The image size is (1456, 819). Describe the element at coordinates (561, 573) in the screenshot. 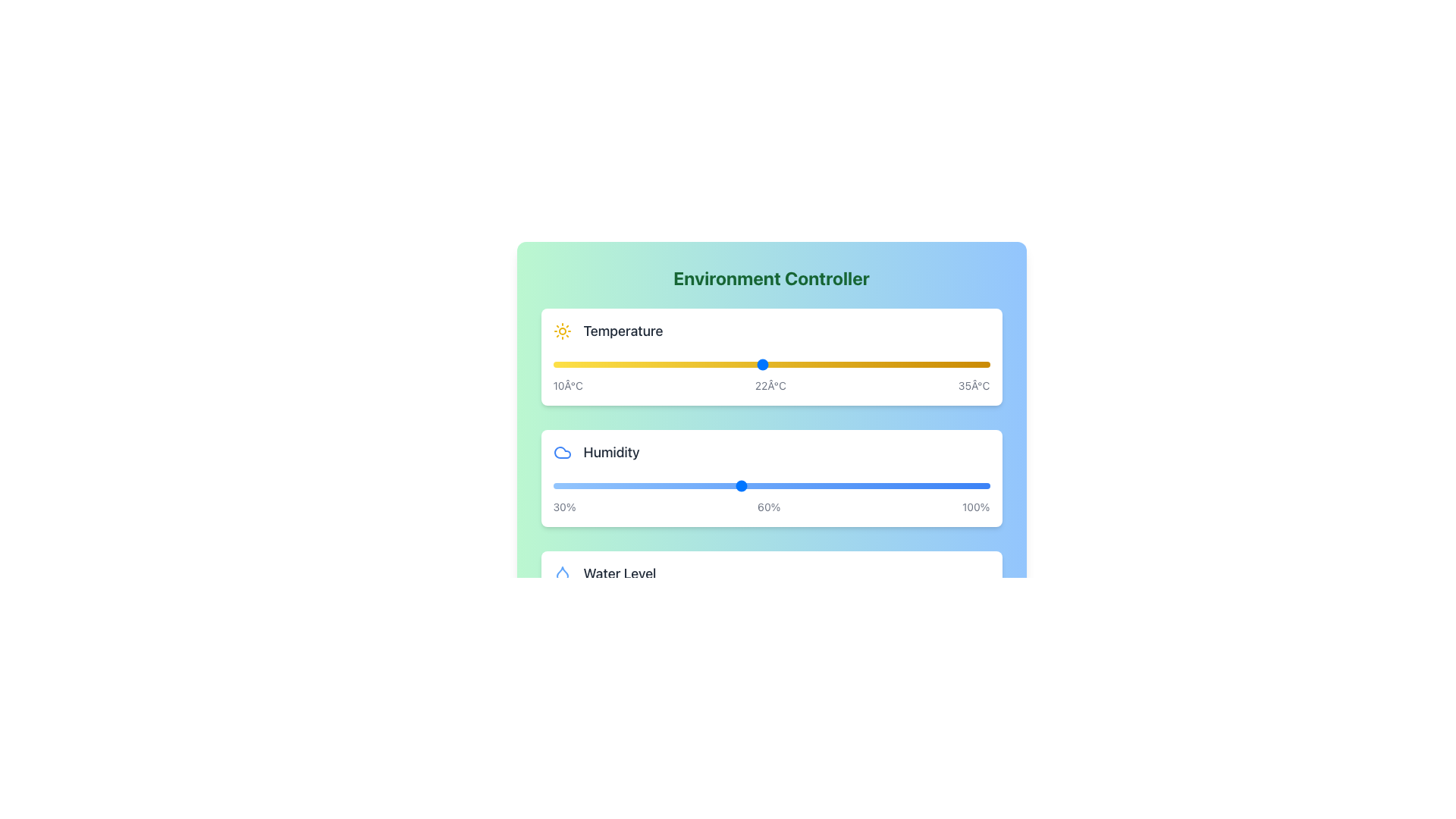

I see `the water level icon, which is a minimalistic light blue droplet shaped wireframe located to the left of the 'Water Level' text` at that location.